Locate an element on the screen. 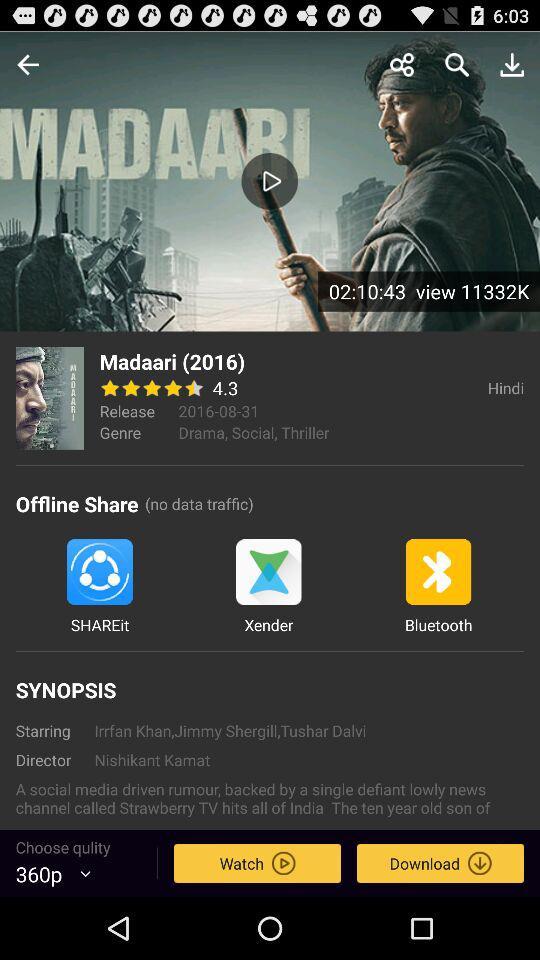 The image size is (540, 960). the play icon is located at coordinates (269, 194).